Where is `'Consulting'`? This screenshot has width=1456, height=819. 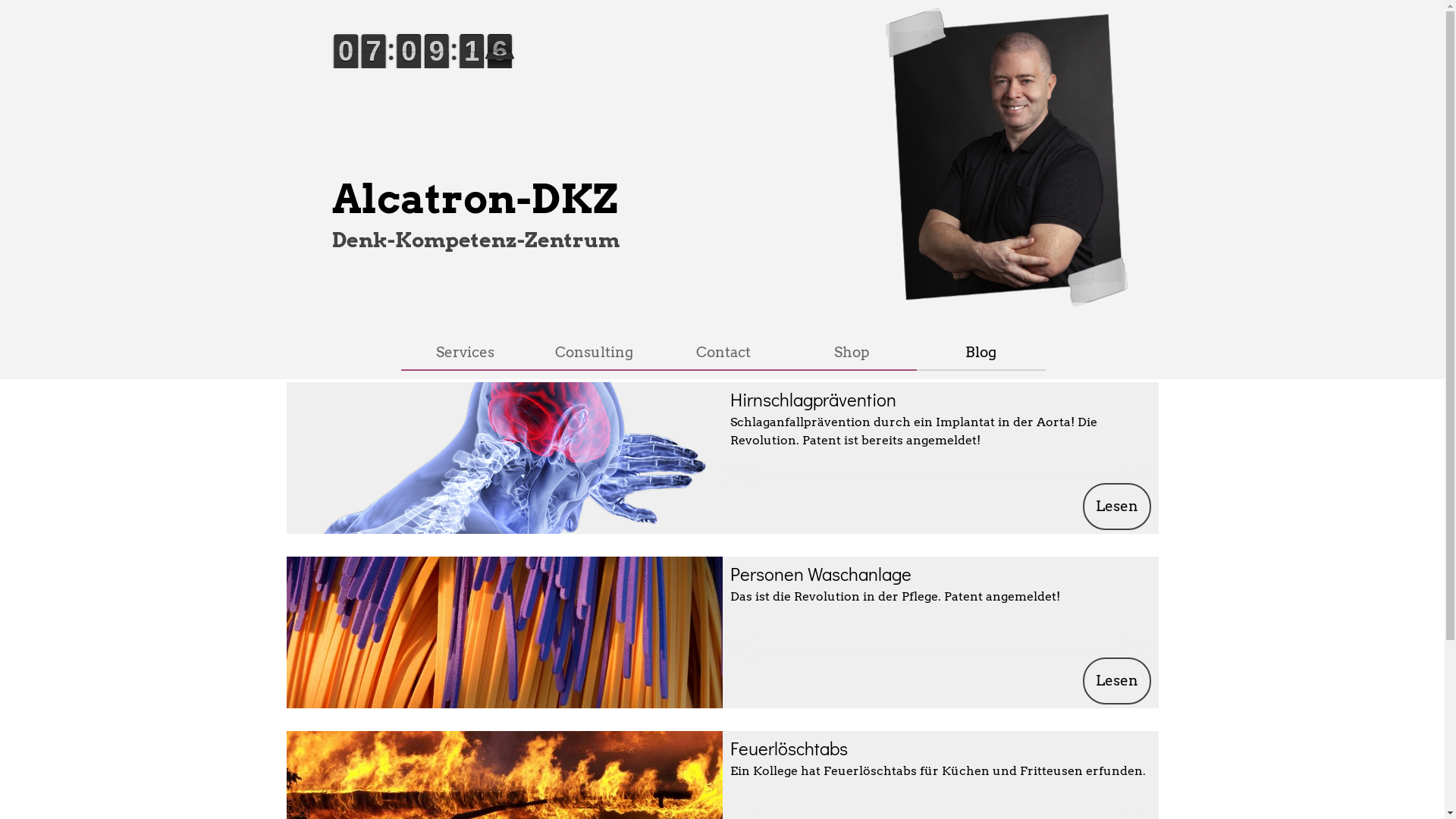 'Consulting' is located at coordinates (592, 352).